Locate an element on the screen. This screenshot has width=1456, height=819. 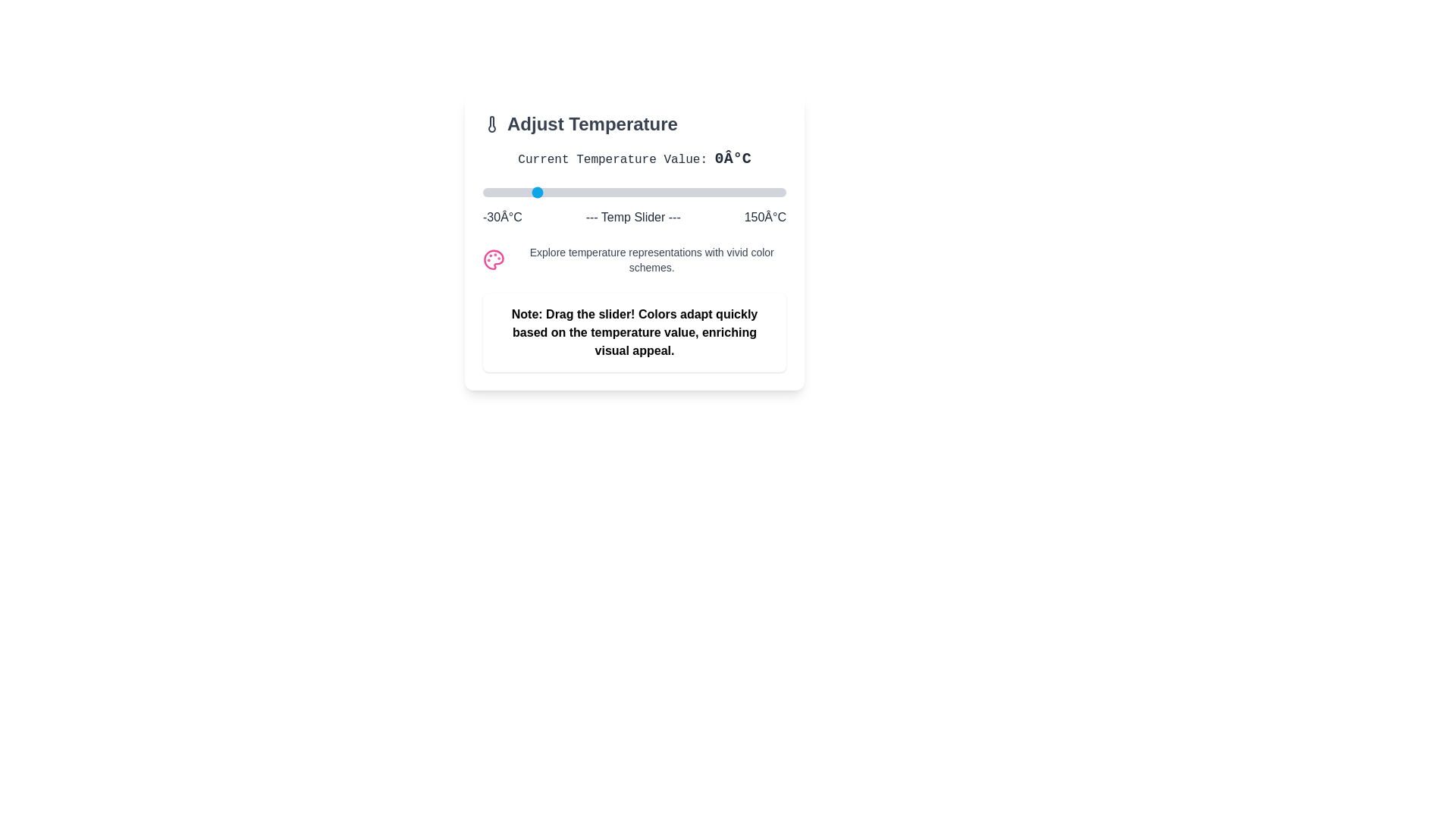
the temperature slider to set the temperature to 77°C is located at coordinates (663, 192).